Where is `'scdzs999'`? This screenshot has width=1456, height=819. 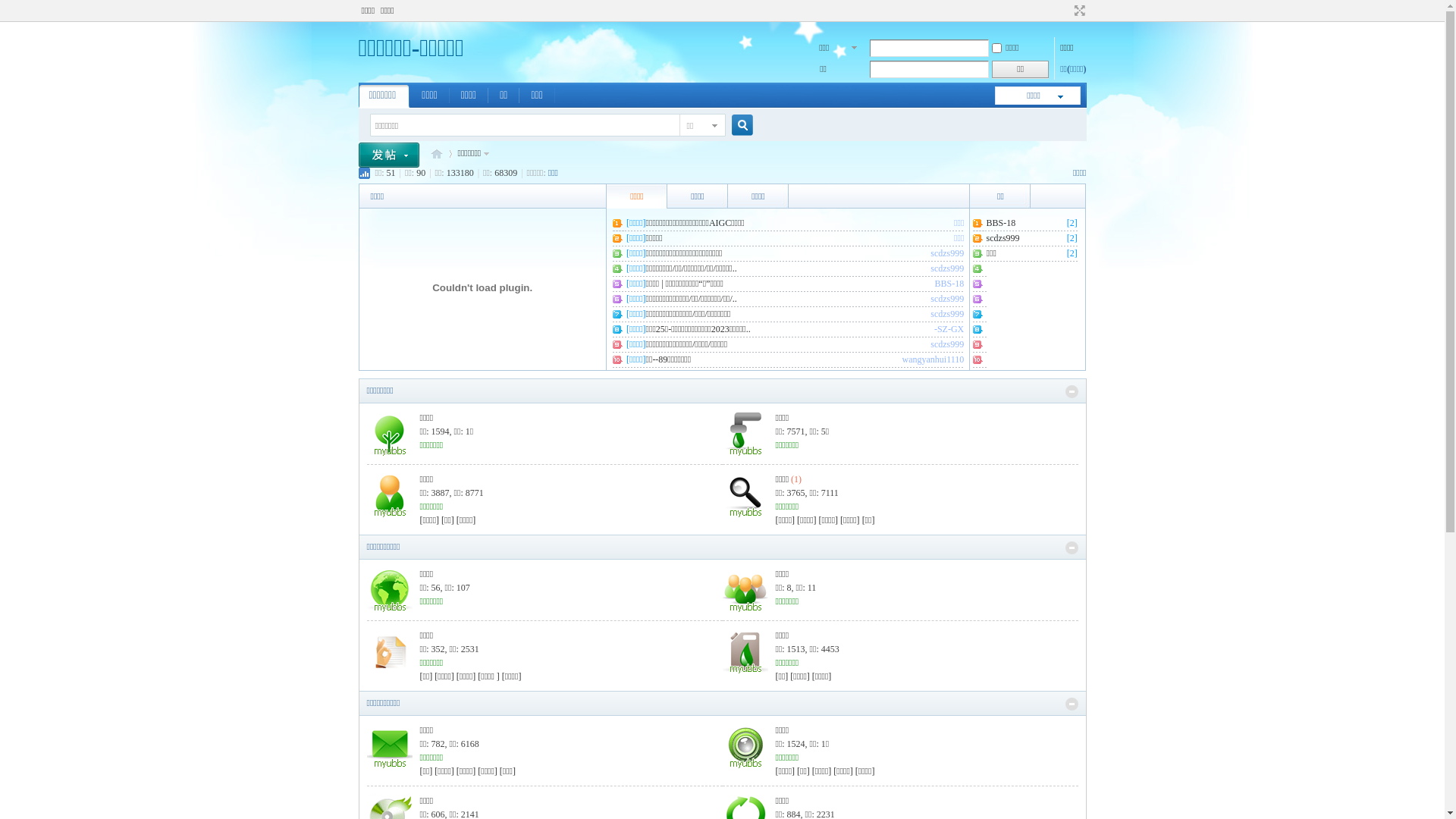 'scdzs999' is located at coordinates (946, 312).